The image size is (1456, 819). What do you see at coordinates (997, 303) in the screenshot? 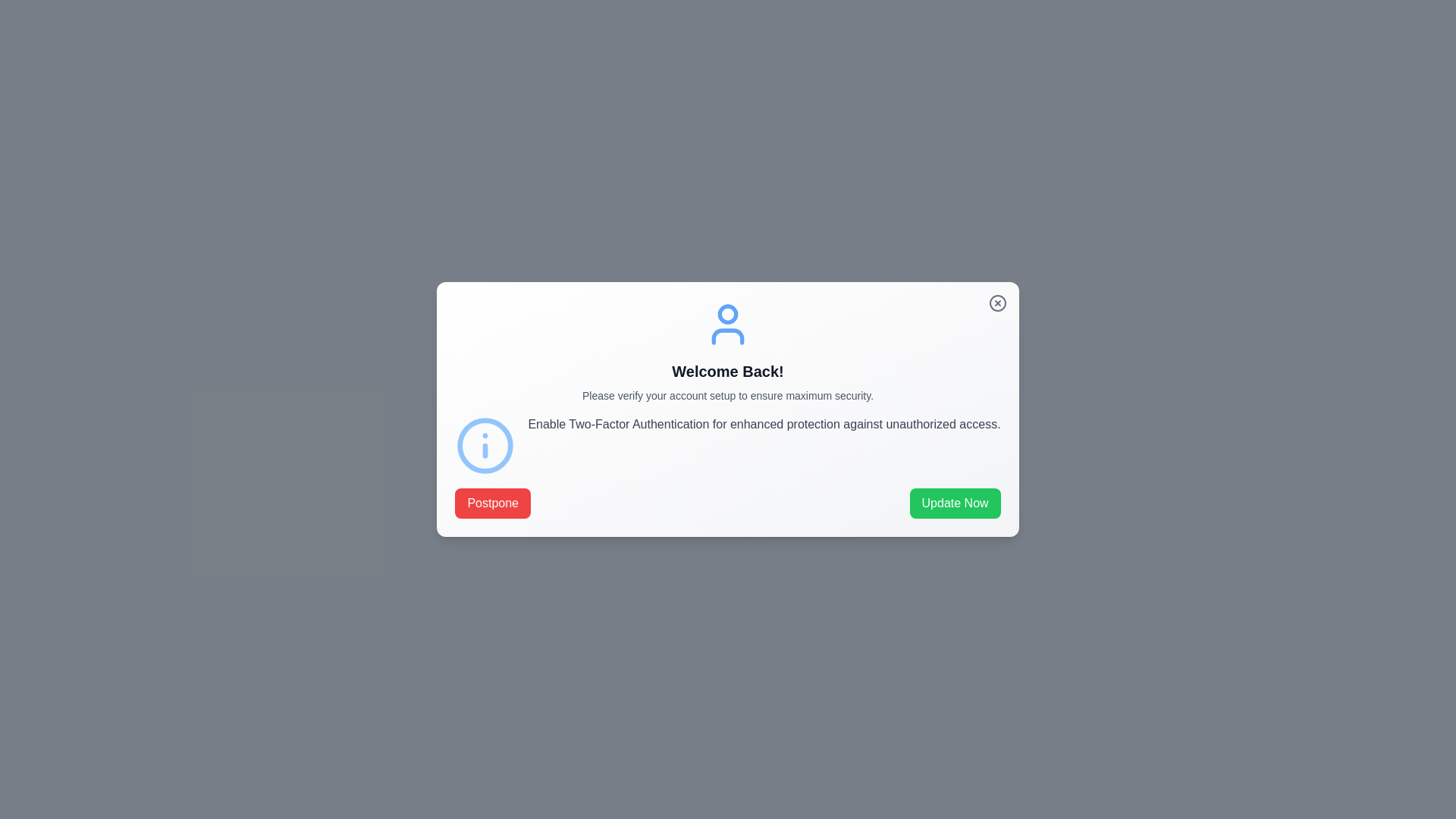
I see `the close button to dismiss the dialog` at bounding box center [997, 303].